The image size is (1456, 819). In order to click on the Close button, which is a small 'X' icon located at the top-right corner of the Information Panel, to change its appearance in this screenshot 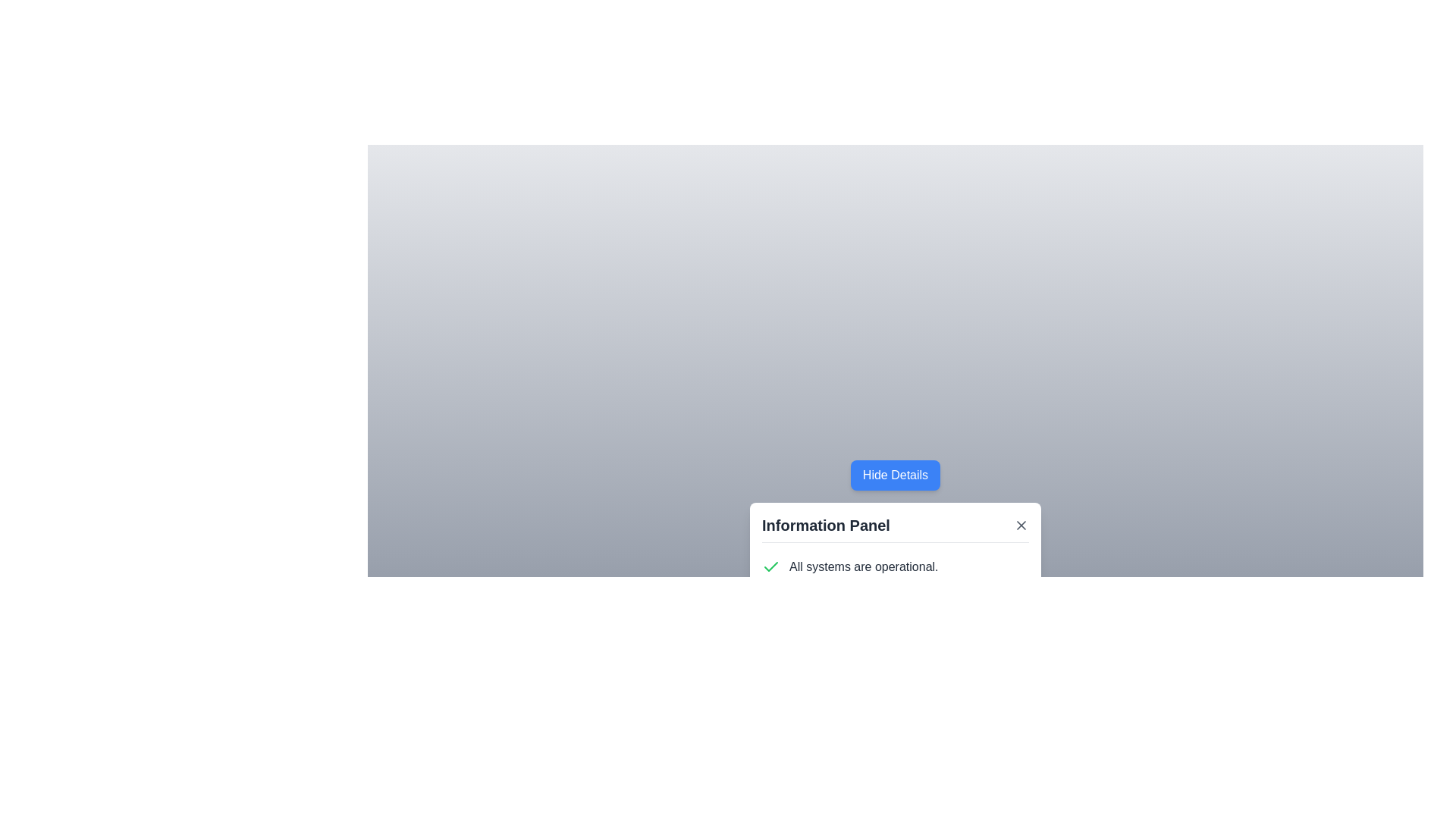, I will do `click(1021, 523)`.